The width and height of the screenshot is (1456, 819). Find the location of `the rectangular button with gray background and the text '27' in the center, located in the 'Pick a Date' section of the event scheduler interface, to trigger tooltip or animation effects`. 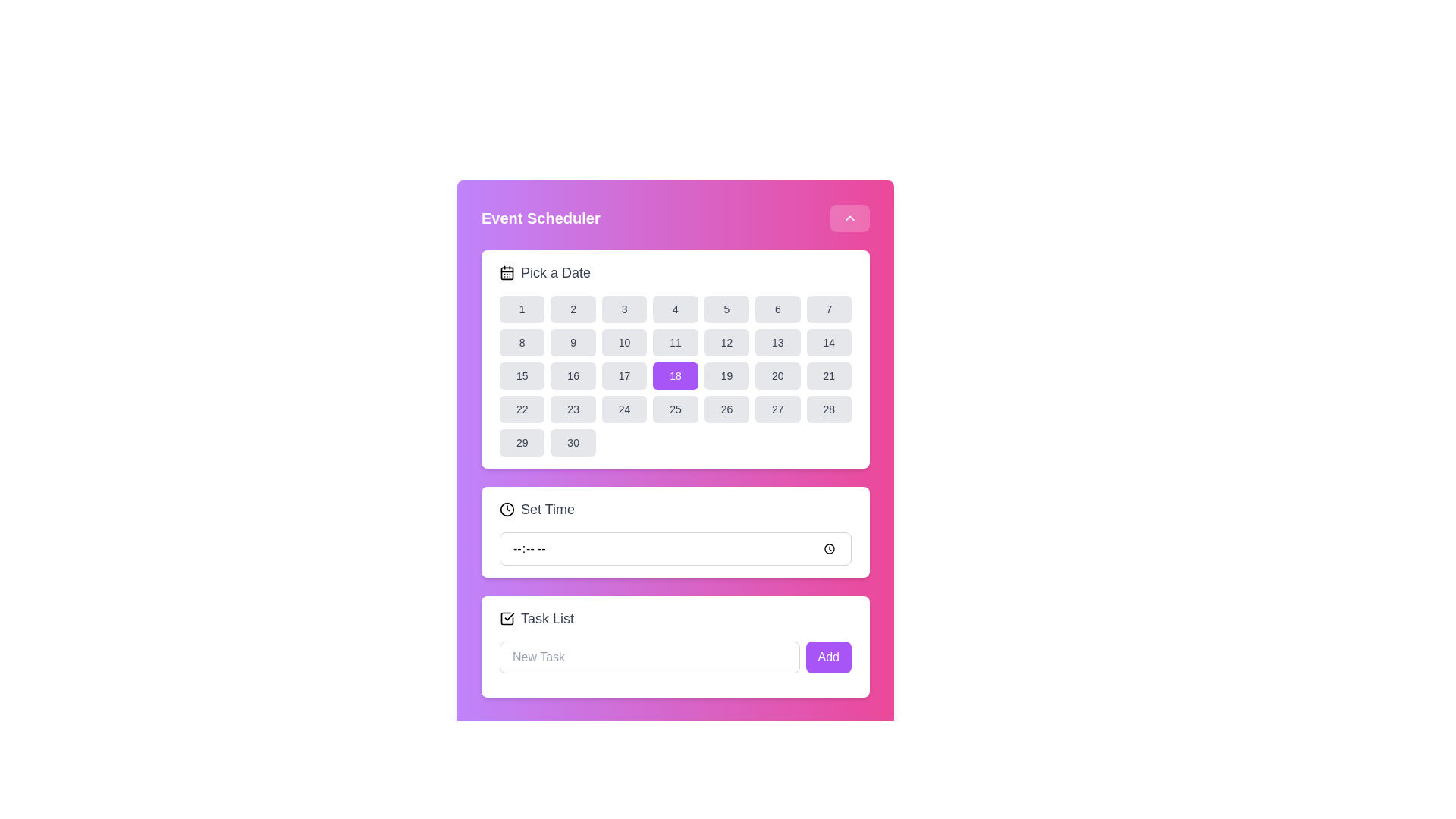

the rectangular button with gray background and the text '27' in the center, located in the 'Pick a Date' section of the event scheduler interface, to trigger tooltip or animation effects is located at coordinates (777, 409).